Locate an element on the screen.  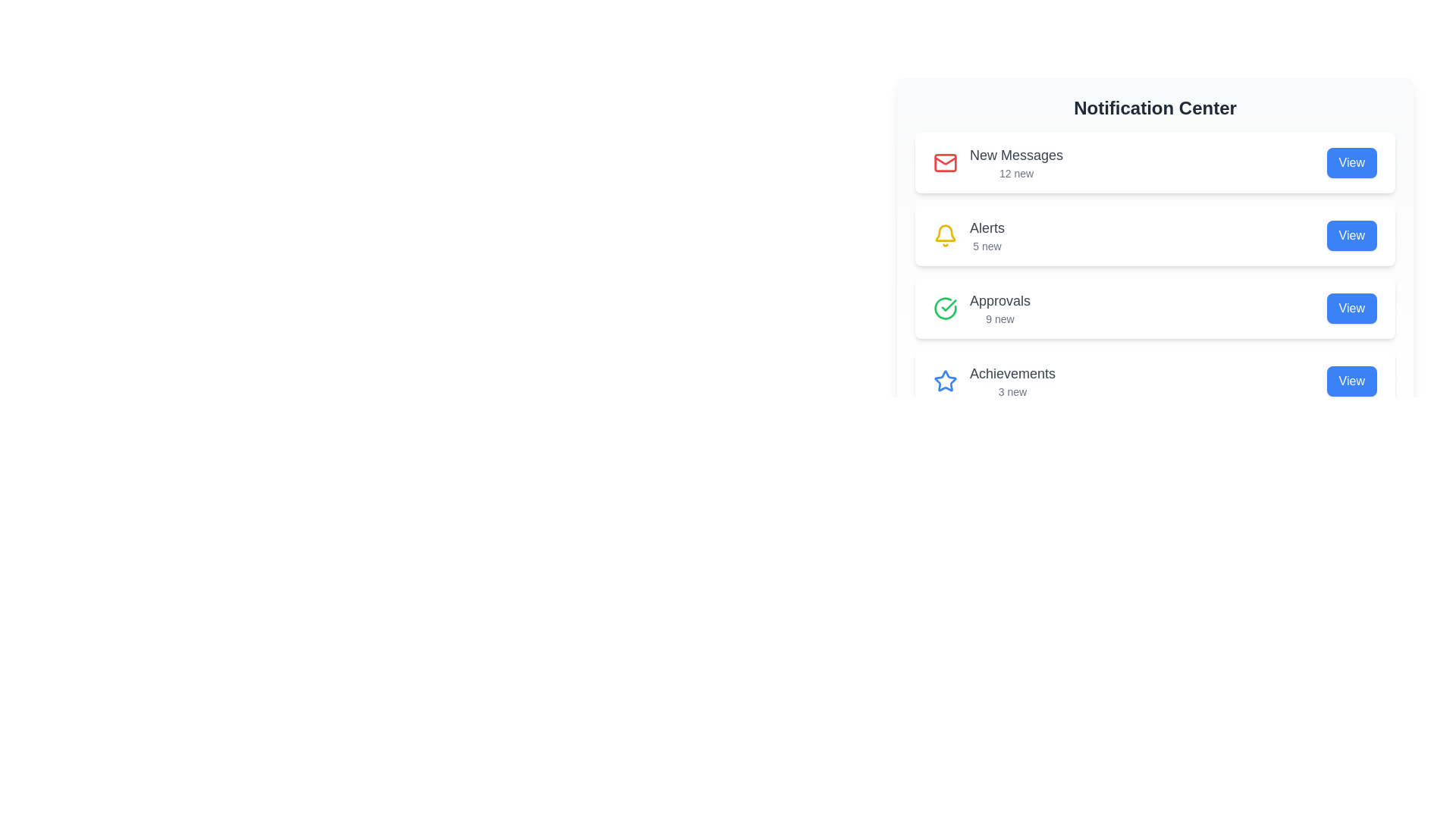
'Achievements' notification entry displaying '3 new items' located in the Notification Center, which is the fourth item in the list is located at coordinates (1154, 380).